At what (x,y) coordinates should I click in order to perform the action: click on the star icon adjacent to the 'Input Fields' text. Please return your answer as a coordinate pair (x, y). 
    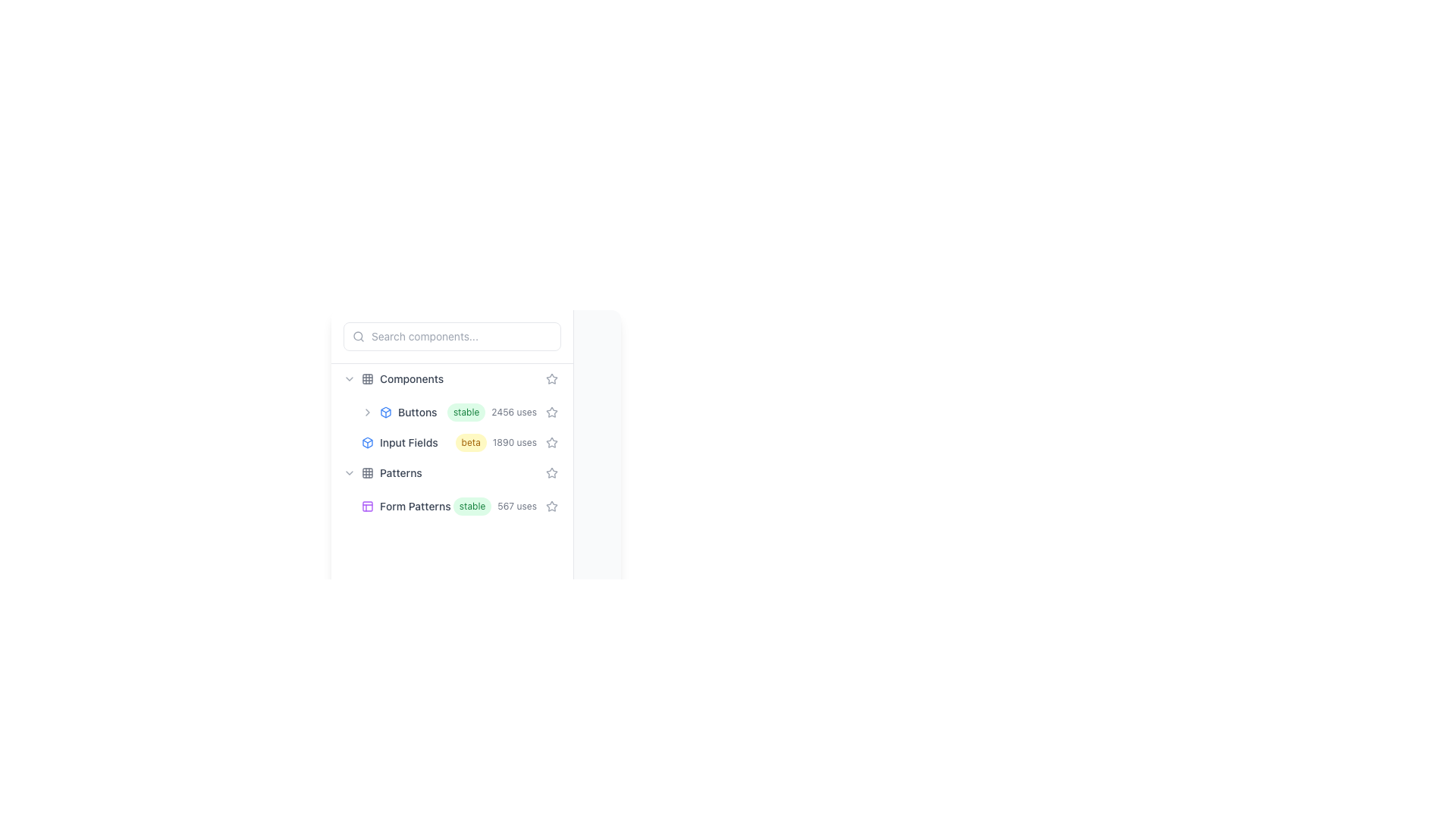
    Looking at the image, I should click on (551, 442).